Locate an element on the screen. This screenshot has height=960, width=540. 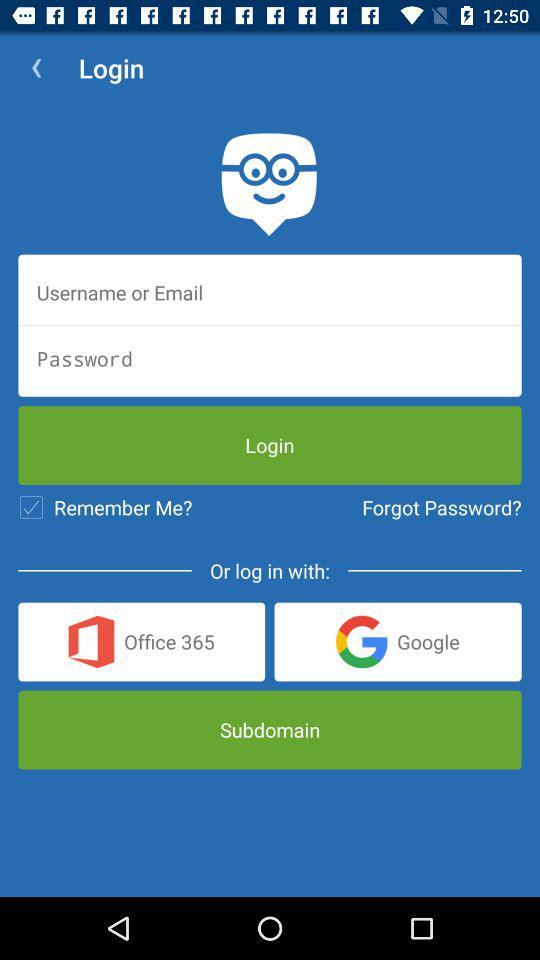
the item next to the login icon is located at coordinates (36, 68).